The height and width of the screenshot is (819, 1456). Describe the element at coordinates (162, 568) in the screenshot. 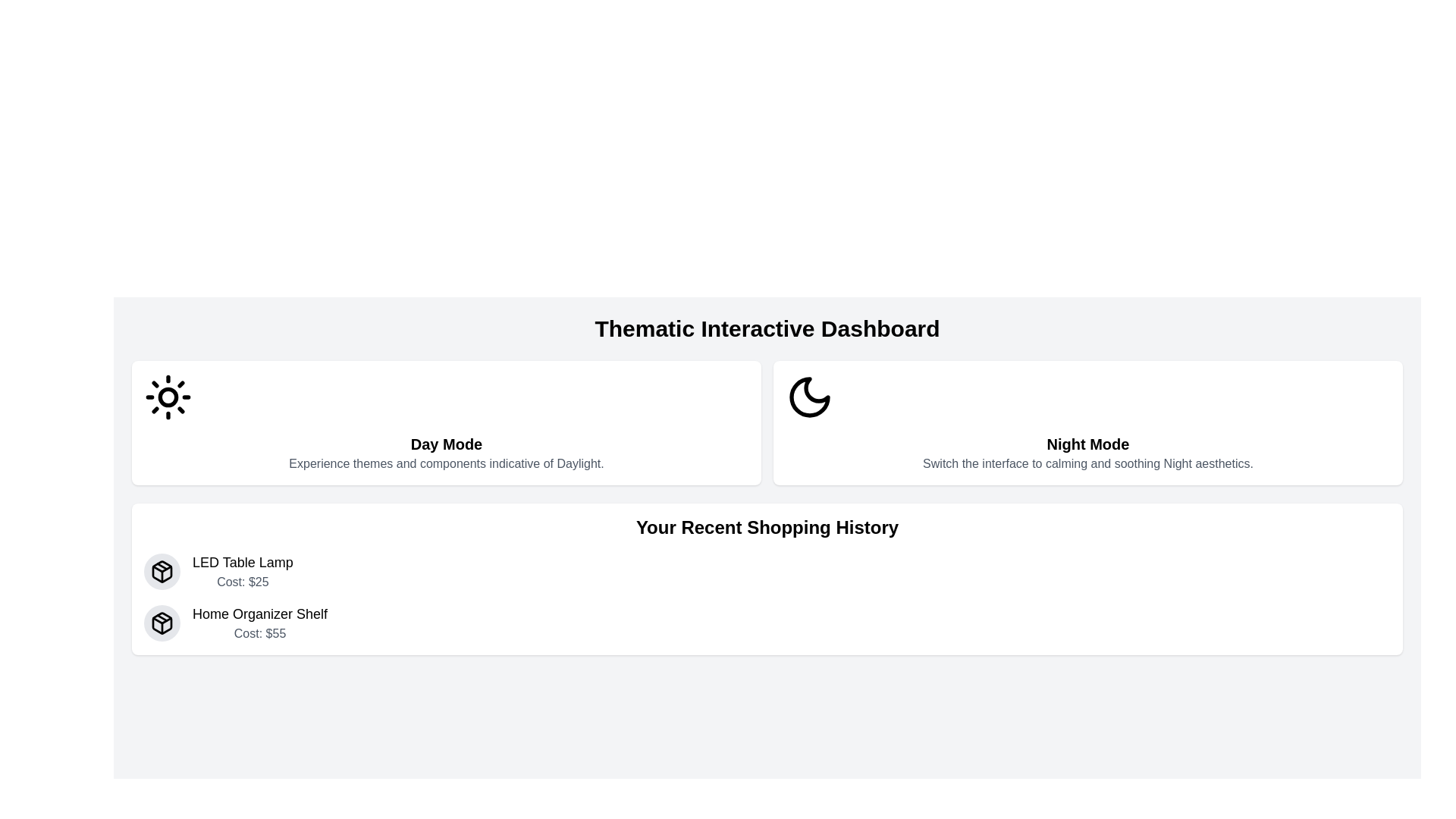

I see `the chevron-like icon located beside the text 'LED Table Lamp' in the 'Recent Shopping History' section` at that location.